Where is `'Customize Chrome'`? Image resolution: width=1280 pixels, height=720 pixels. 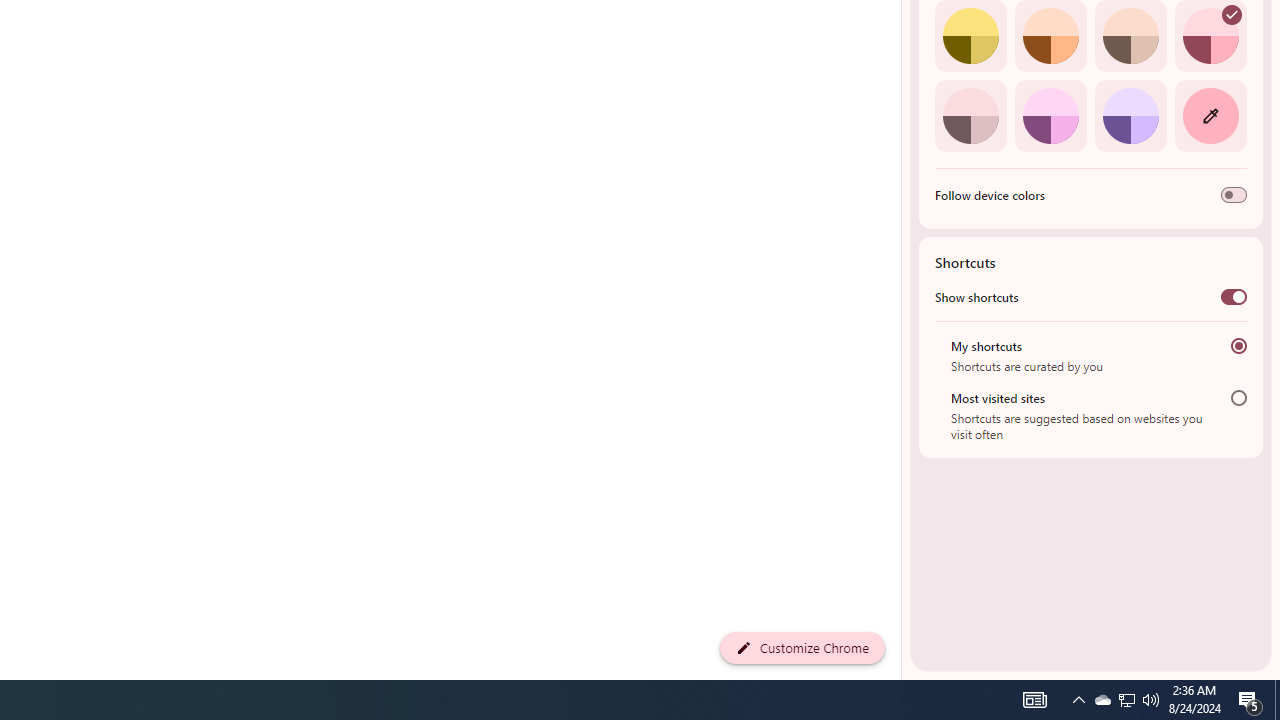
'Customize Chrome' is located at coordinates (801, 648).